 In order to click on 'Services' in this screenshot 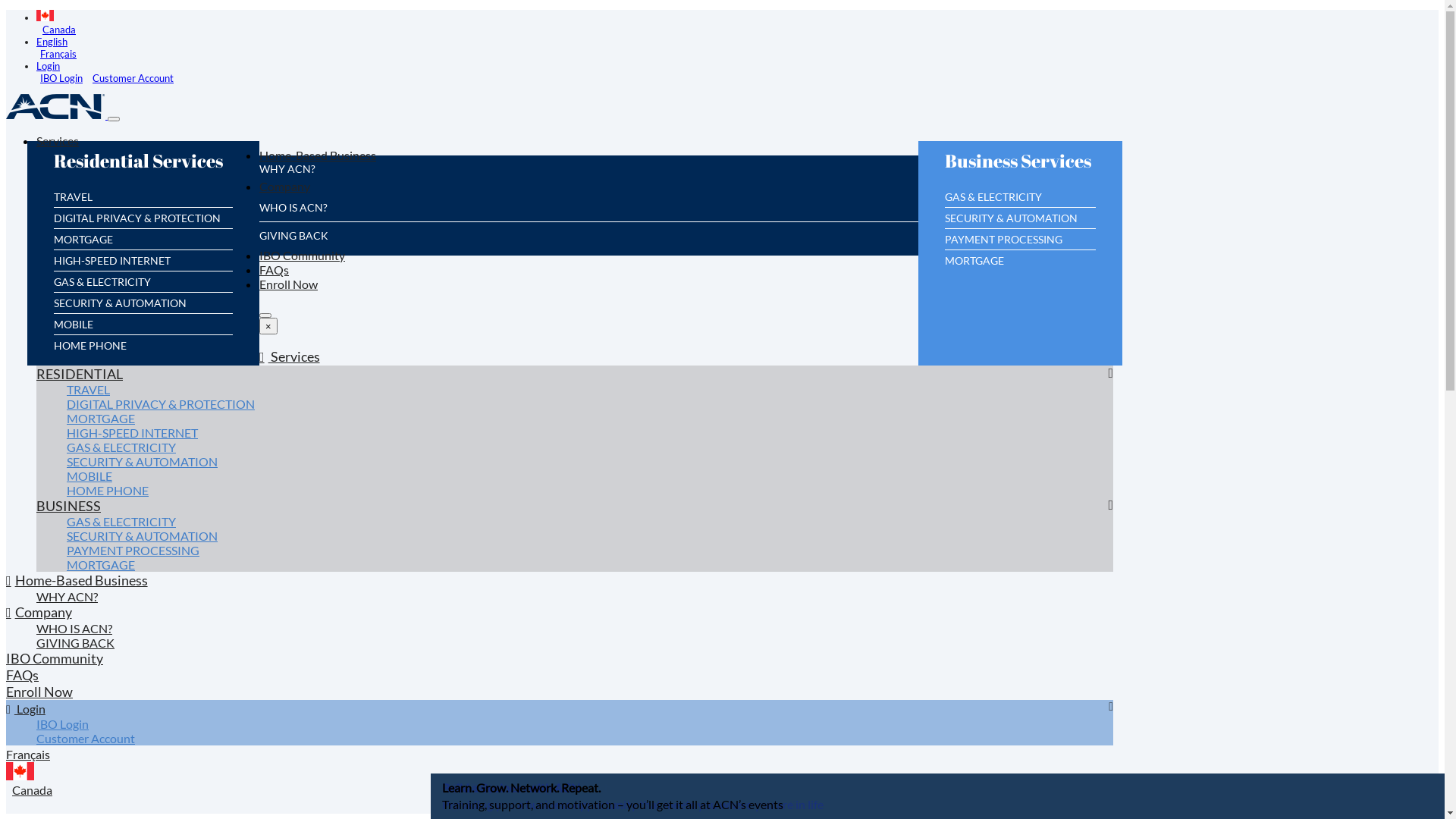, I will do `click(58, 146)`.